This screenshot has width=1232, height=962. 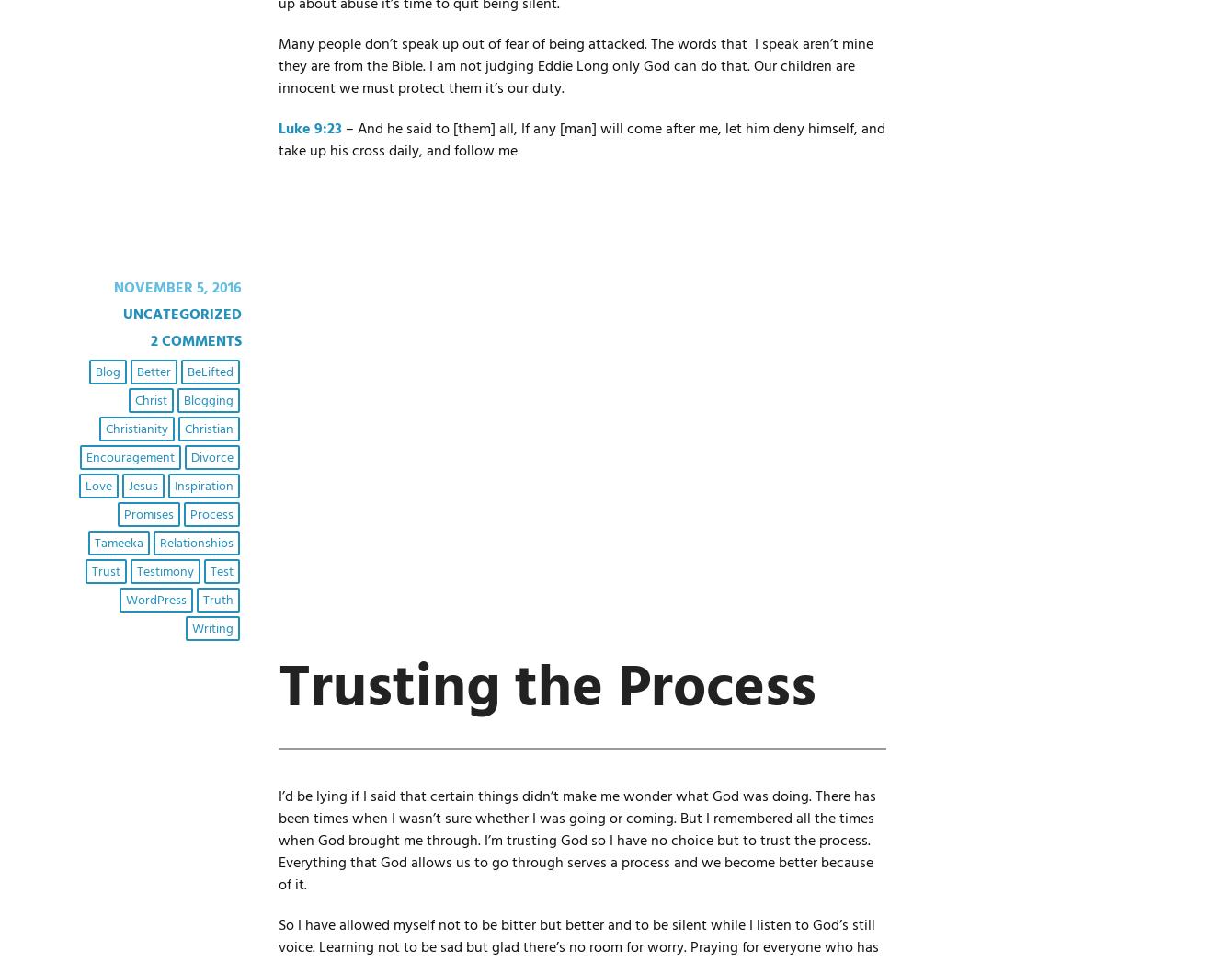 What do you see at coordinates (135, 428) in the screenshot?
I see `'Christianity'` at bounding box center [135, 428].